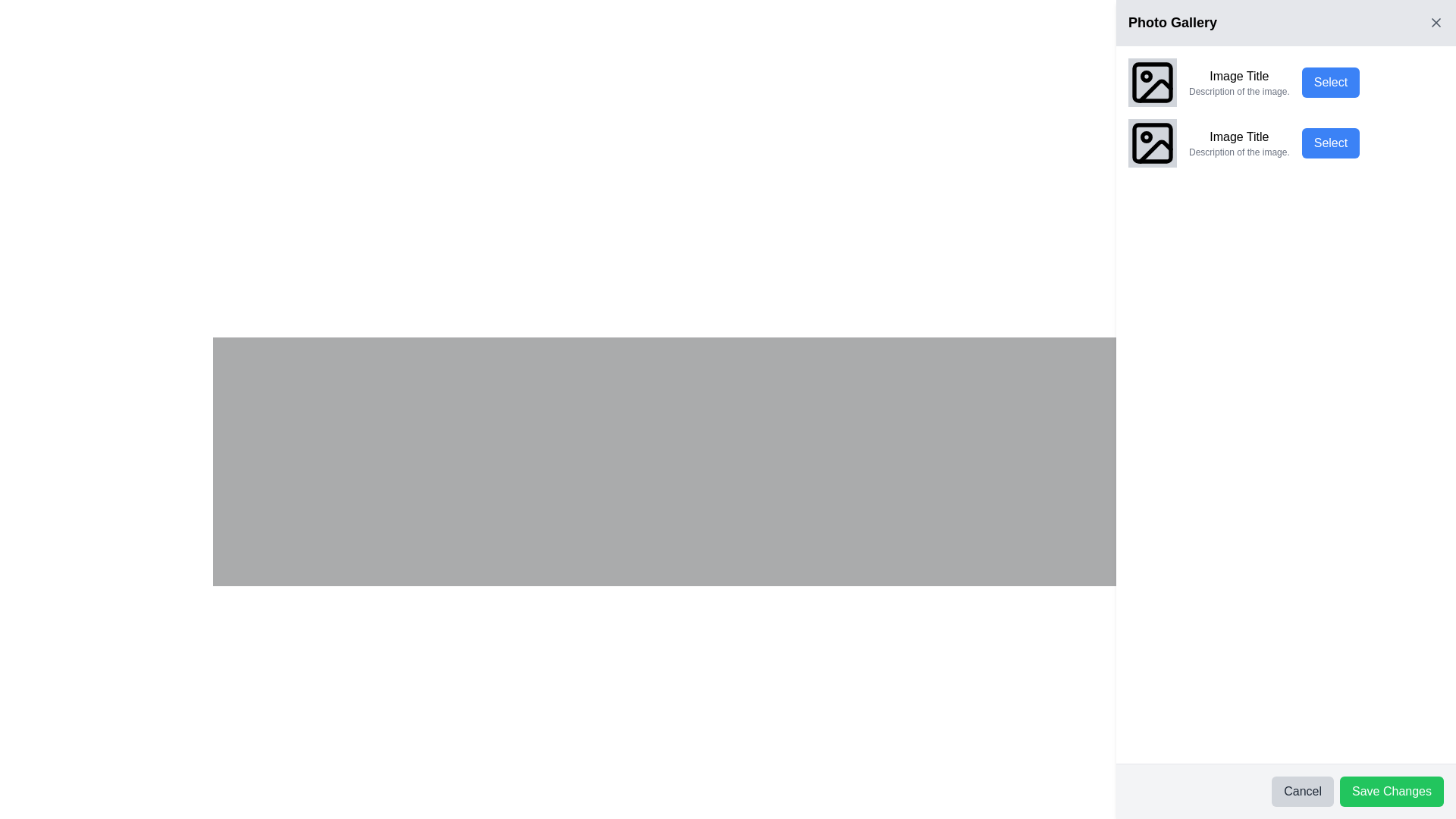 This screenshot has width=1456, height=819. What do you see at coordinates (1147, 137) in the screenshot?
I see `the graphical point or circular ornament located towards the center-left of the image icon` at bounding box center [1147, 137].